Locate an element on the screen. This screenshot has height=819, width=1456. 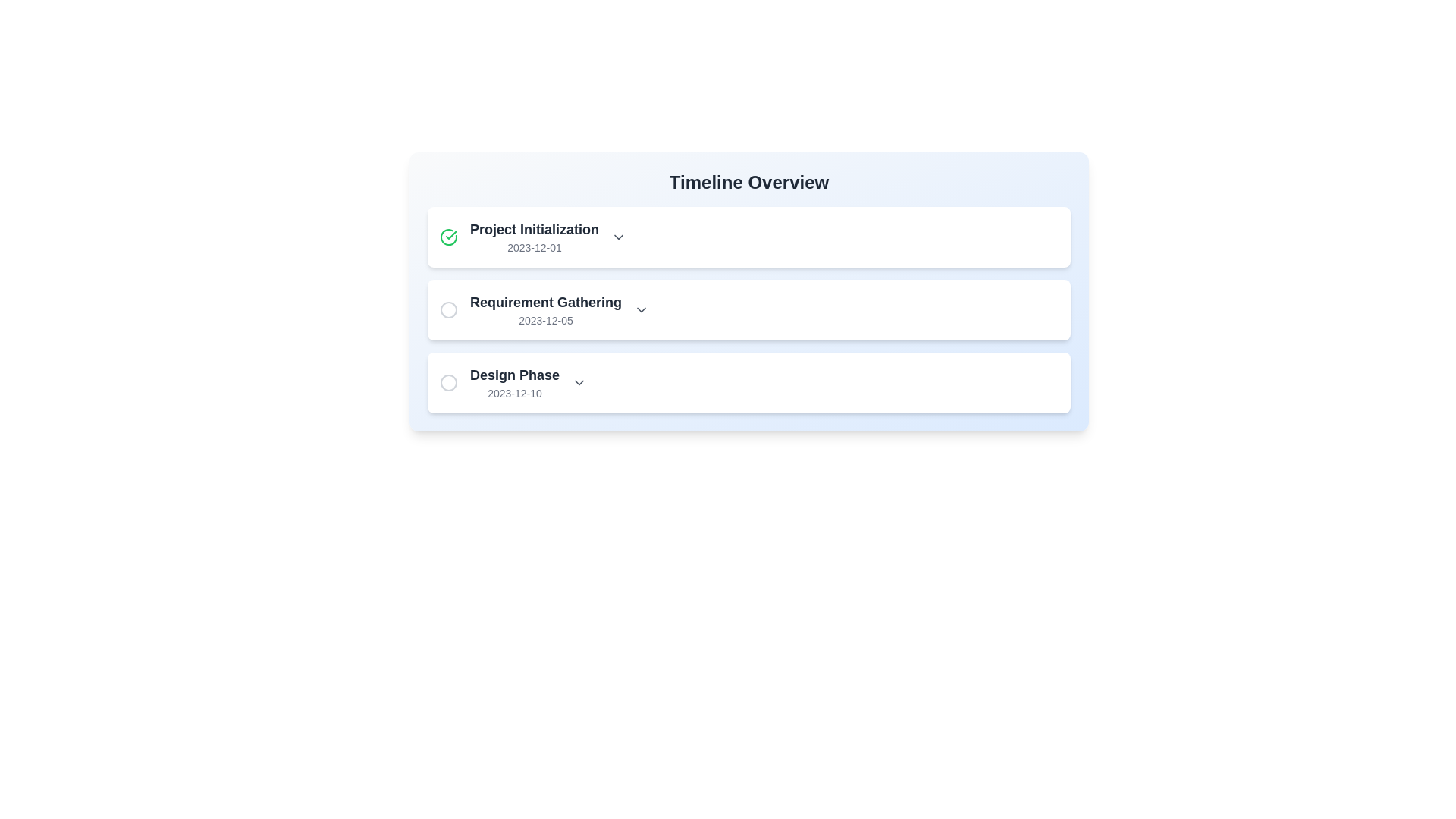
the timeline stage item labeled 'Requirement Gathering' in the 'Timeline Overview' is located at coordinates (749, 309).